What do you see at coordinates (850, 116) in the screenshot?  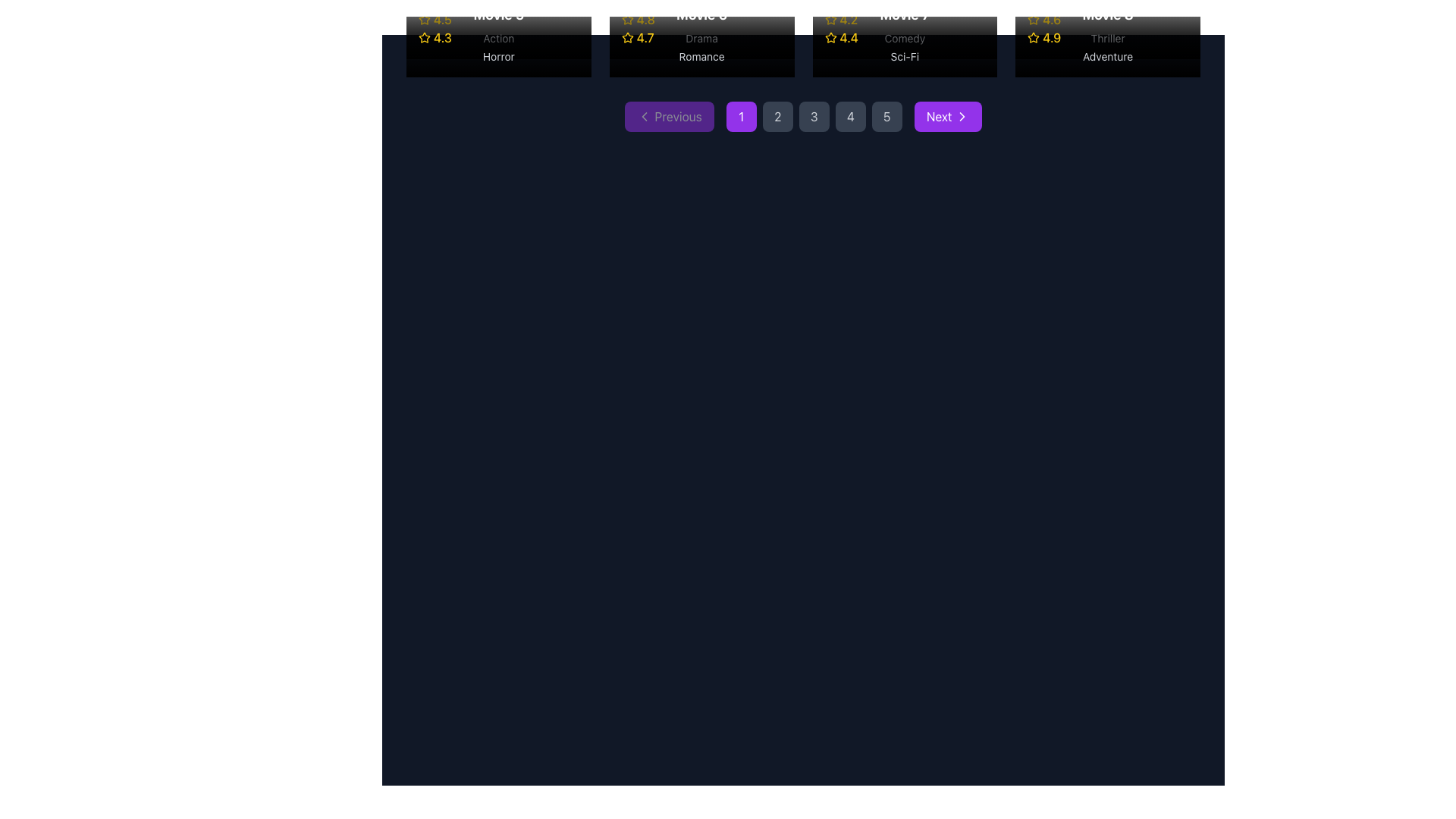 I see `the fourth navigation button, which is part of a row of five buttons at the center top of the lower section of the page` at bounding box center [850, 116].